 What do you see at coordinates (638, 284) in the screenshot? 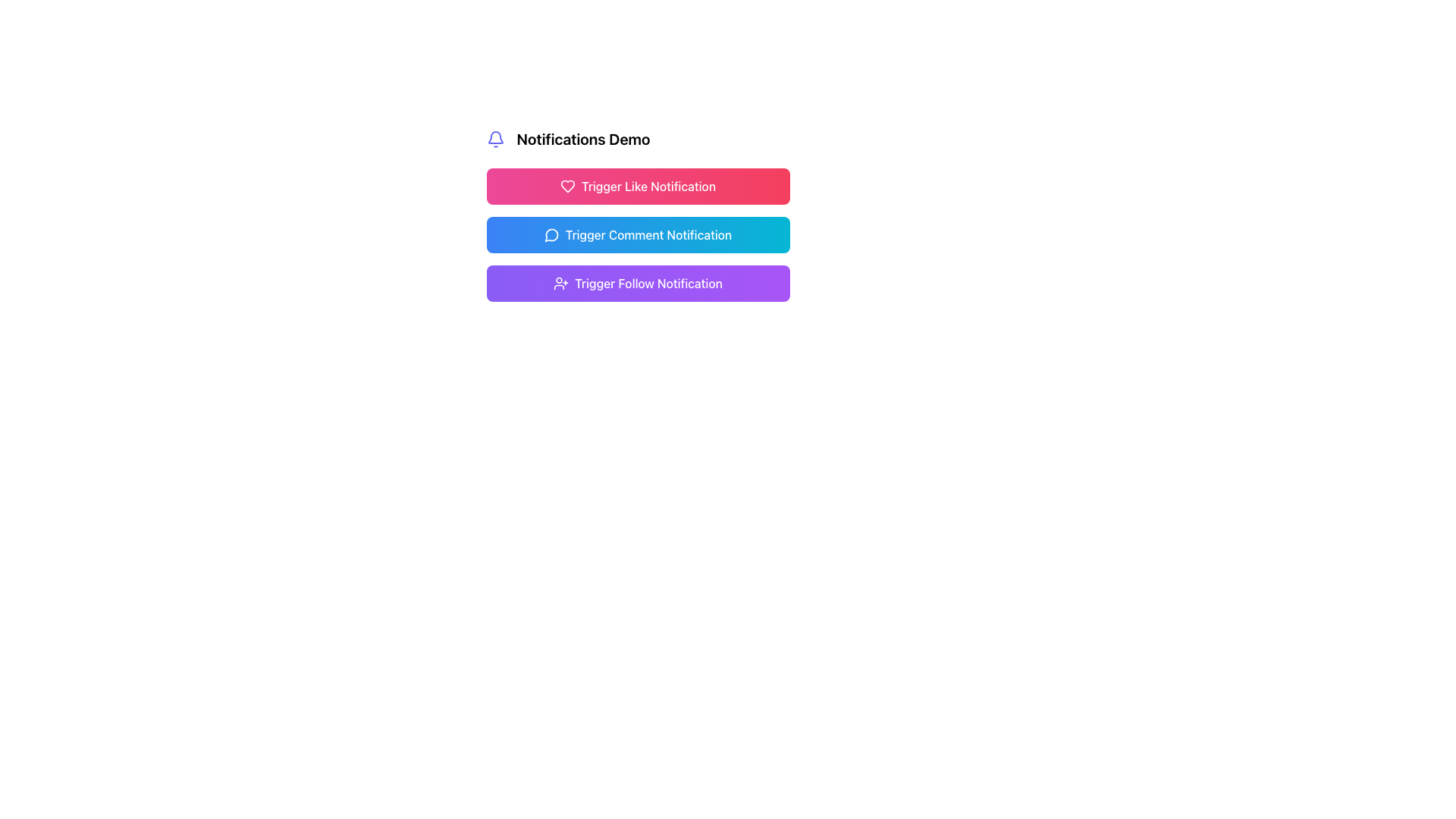
I see `the 'Trigger Follow Notification' button which has a gradient background from violet to purple and contains white text` at bounding box center [638, 284].